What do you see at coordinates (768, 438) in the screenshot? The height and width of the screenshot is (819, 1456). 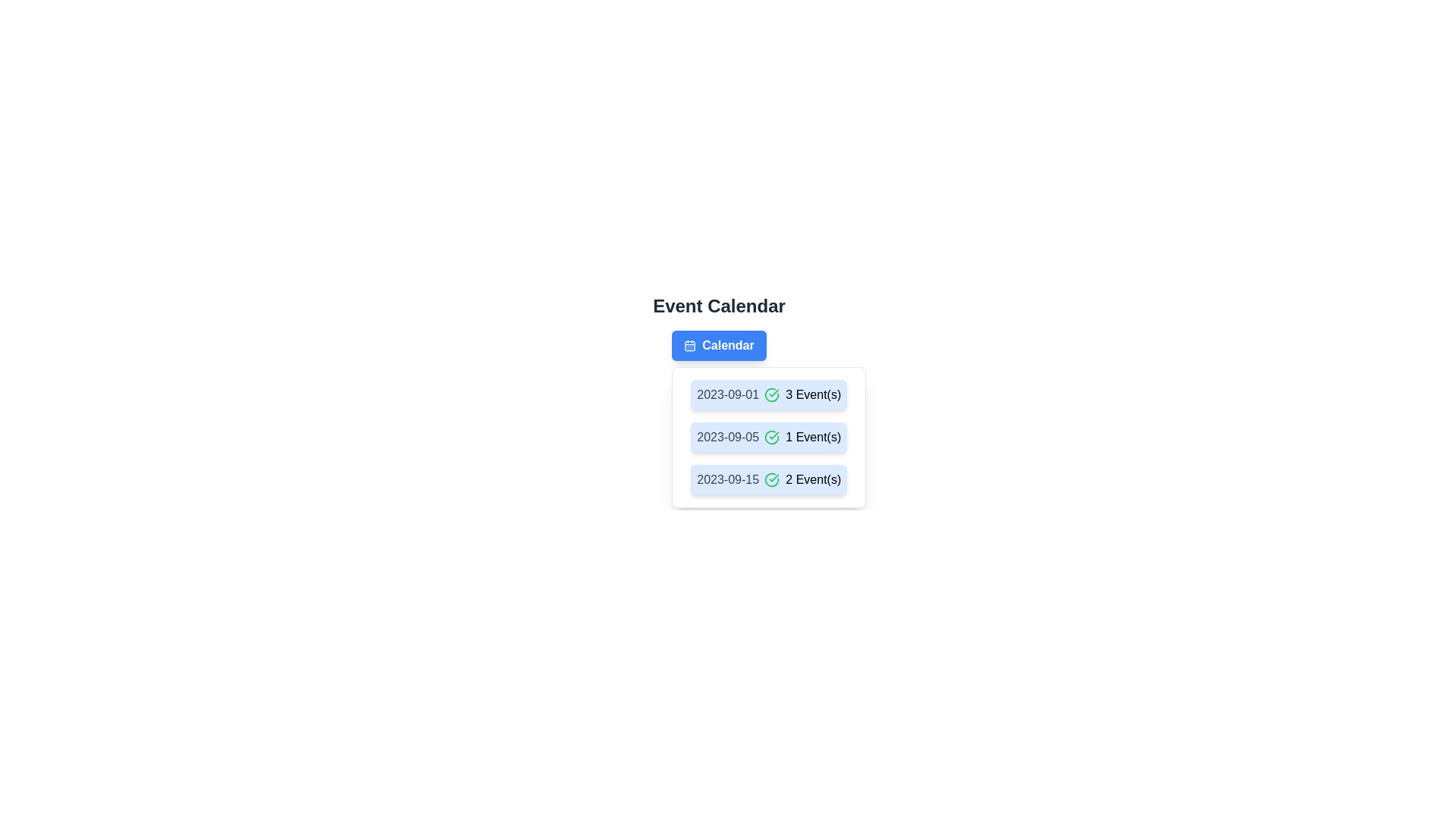 I see `the event summary block displaying '2023-09-05 1 Event(s)'` at bounding box center [768, 438].